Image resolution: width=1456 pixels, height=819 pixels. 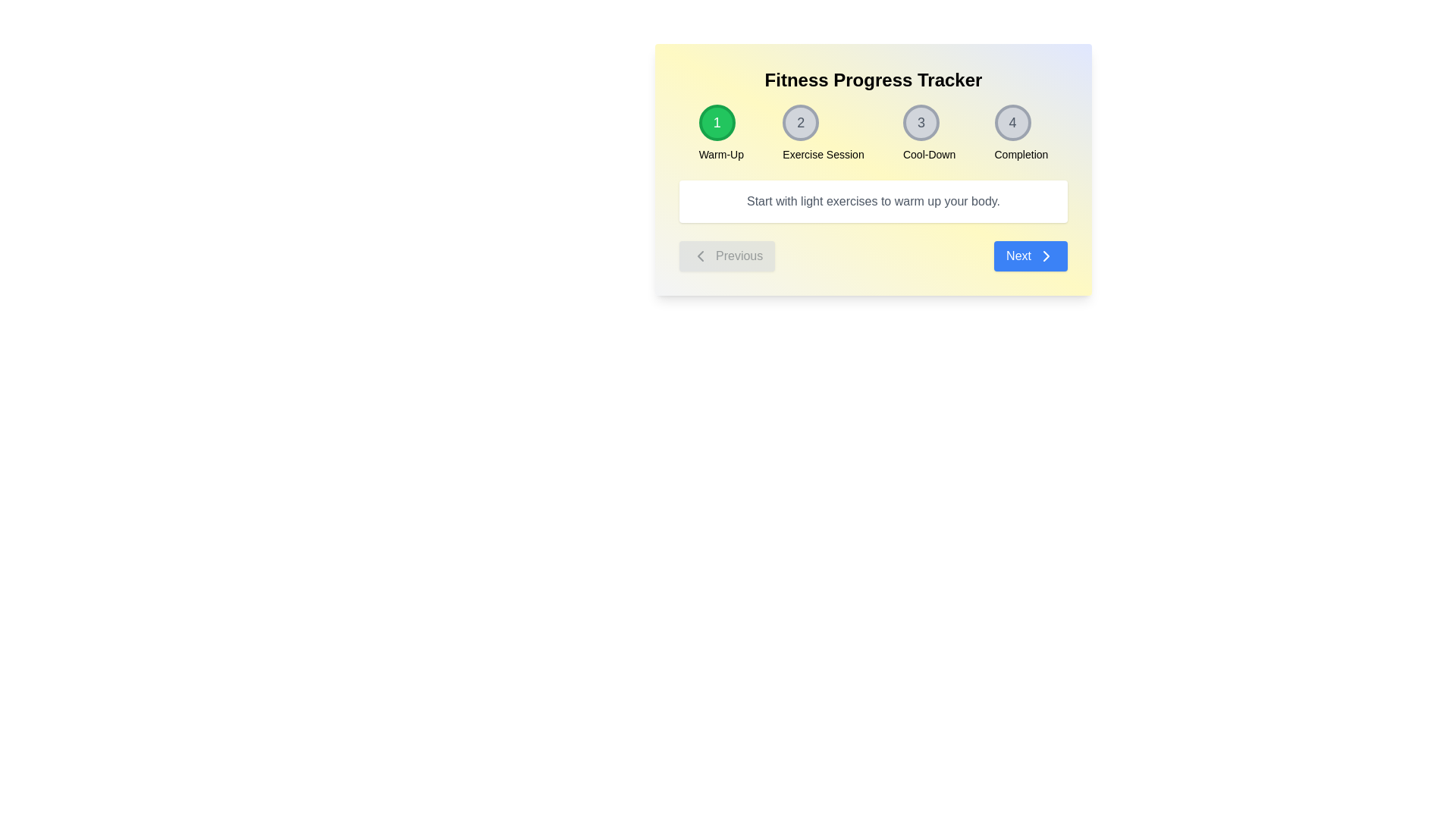 What do you see at coordinates (1021, 155) in the screenshot?
I see `the static text label that signifies the title or description of the fourth step in the progress tracker, located centrally below the circular indicator marked '4'` at bounding box center [1021, 155].